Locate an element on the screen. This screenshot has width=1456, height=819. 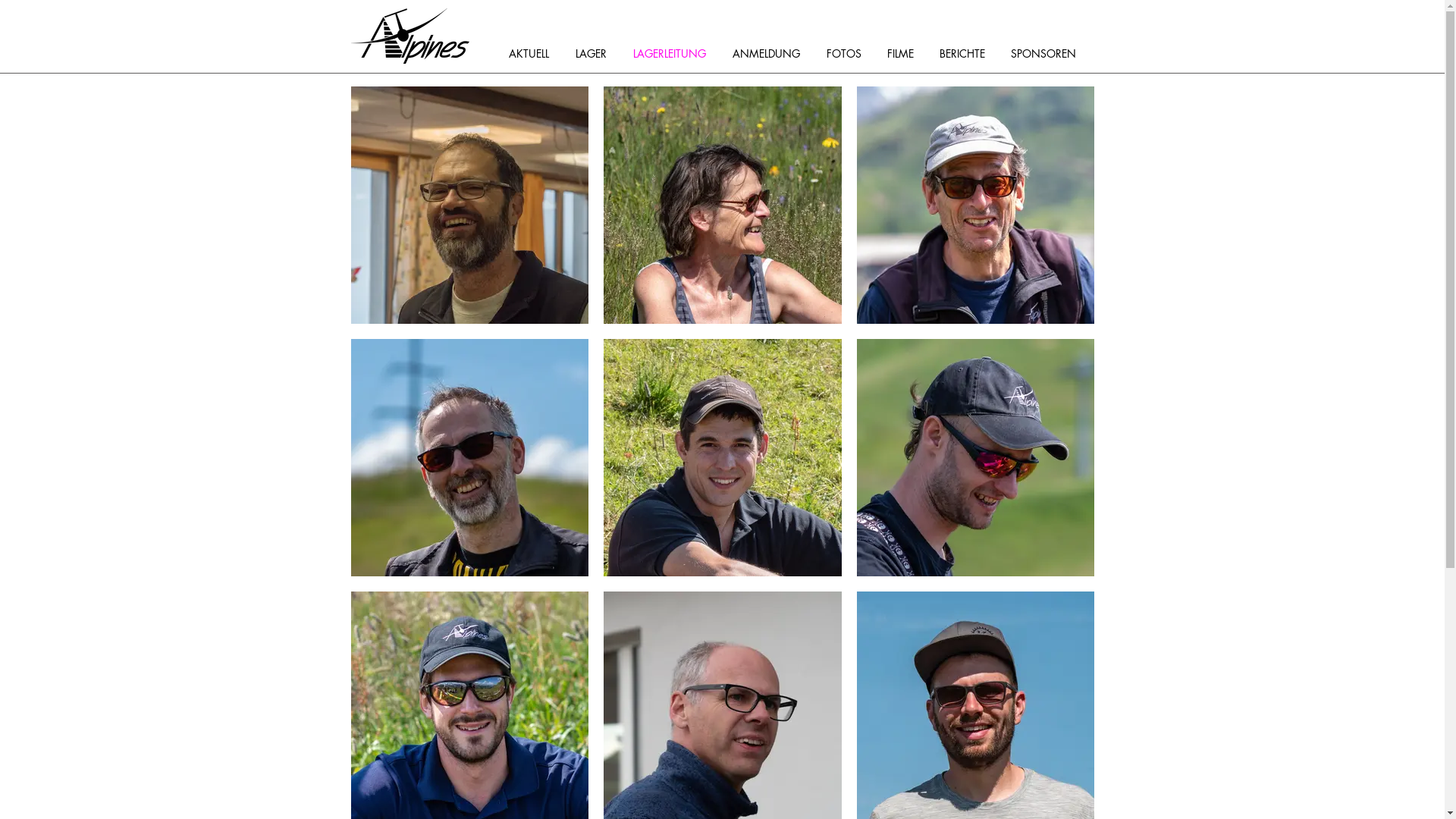
'BERICHTE' is located at coordinates (966, 52).